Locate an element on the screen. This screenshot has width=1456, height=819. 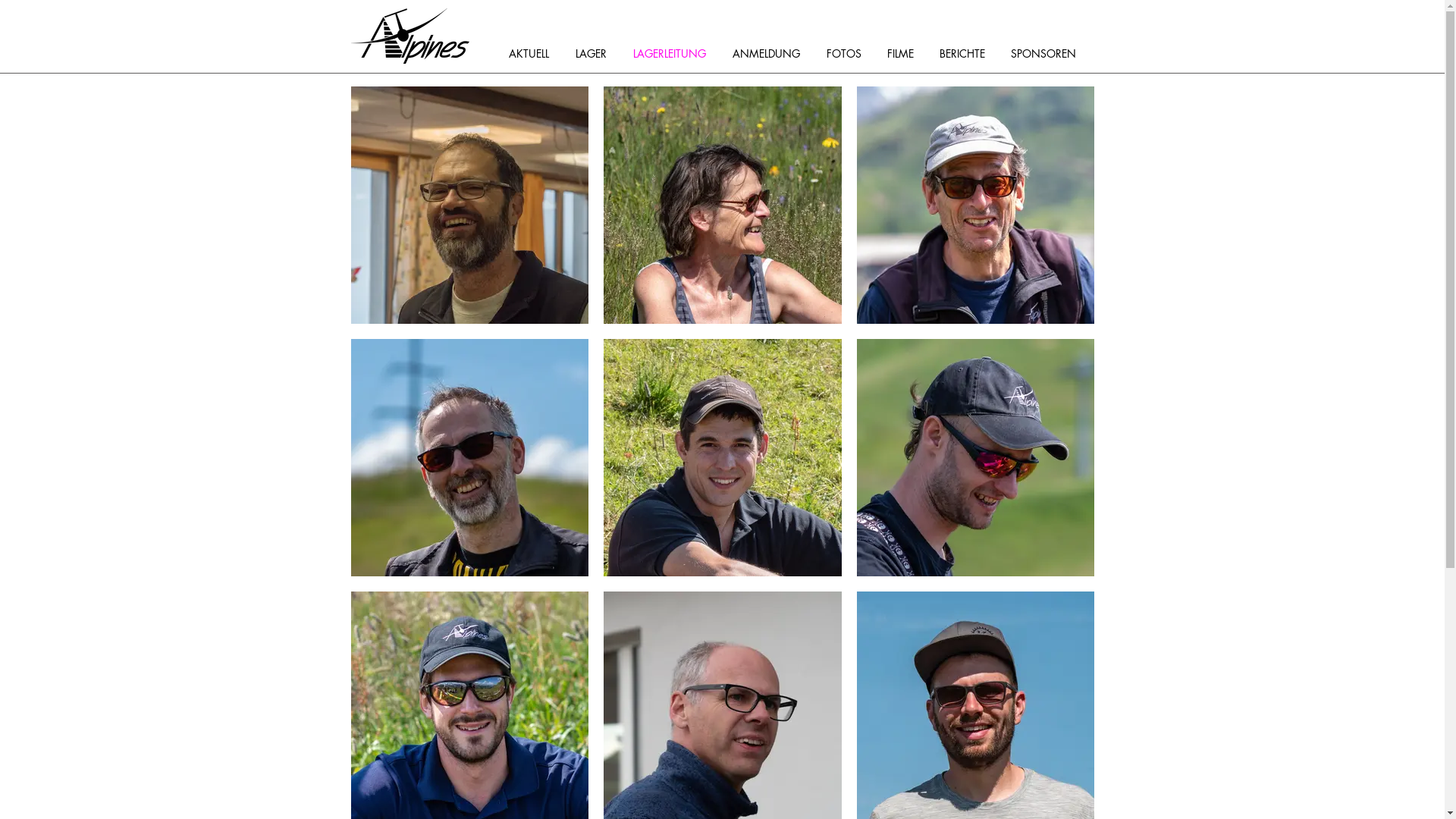
'BERICHTE' is located at coordinates (966, 52).